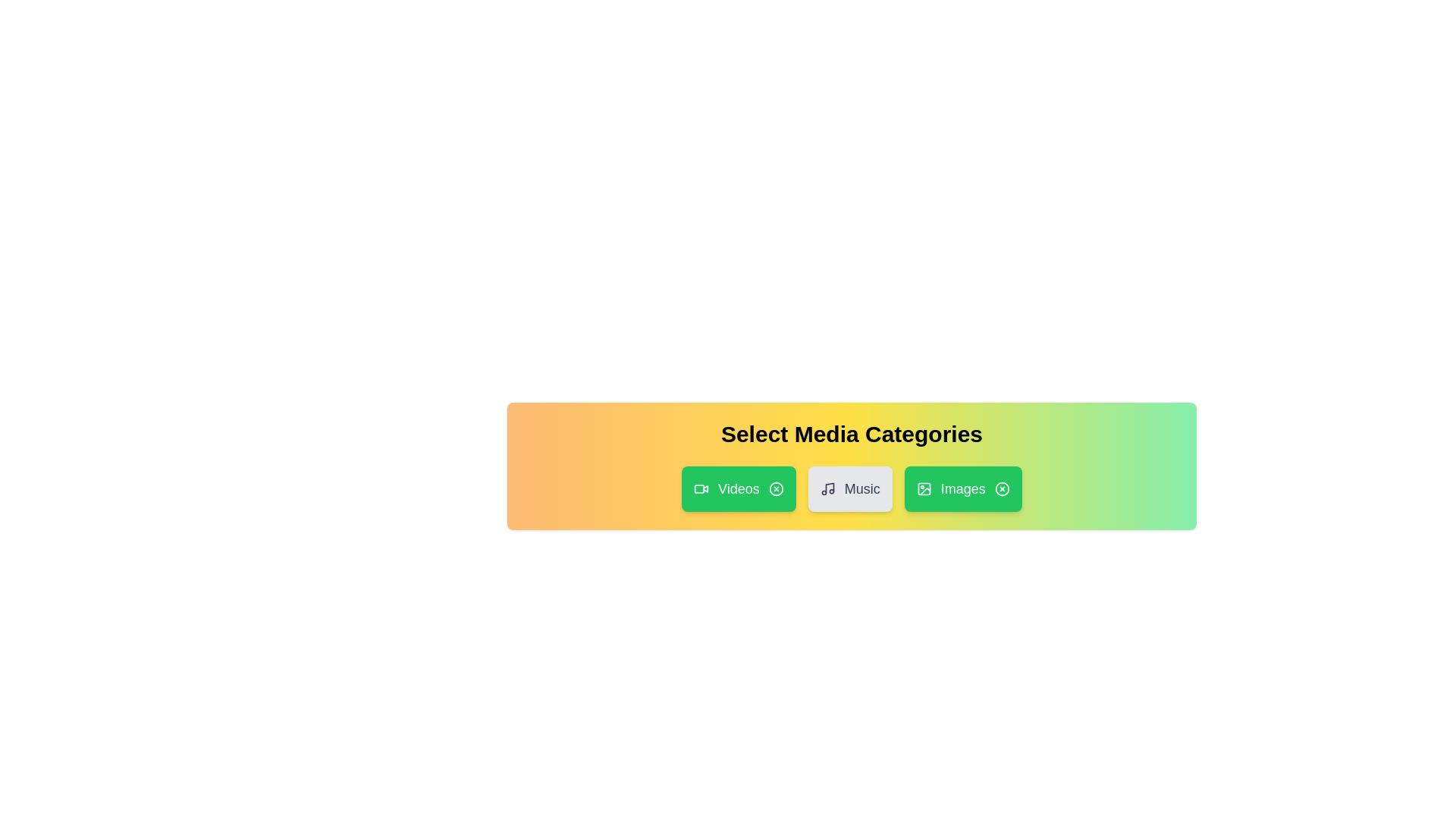 The image size is (1456, 819). Describe the element at coordinates (739, 488) in the screenshot. I see `the category button labeled Videos` at that location.